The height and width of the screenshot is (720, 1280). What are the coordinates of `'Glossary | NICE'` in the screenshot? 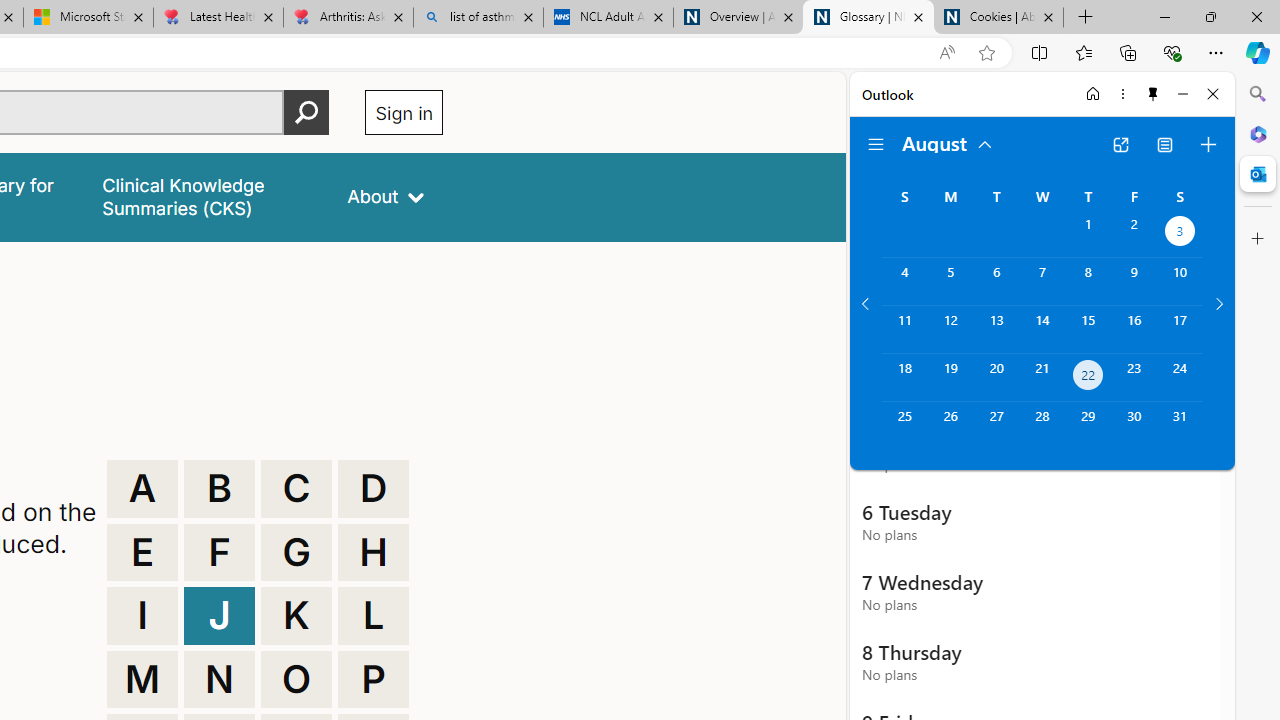 It's located at (868, 17).